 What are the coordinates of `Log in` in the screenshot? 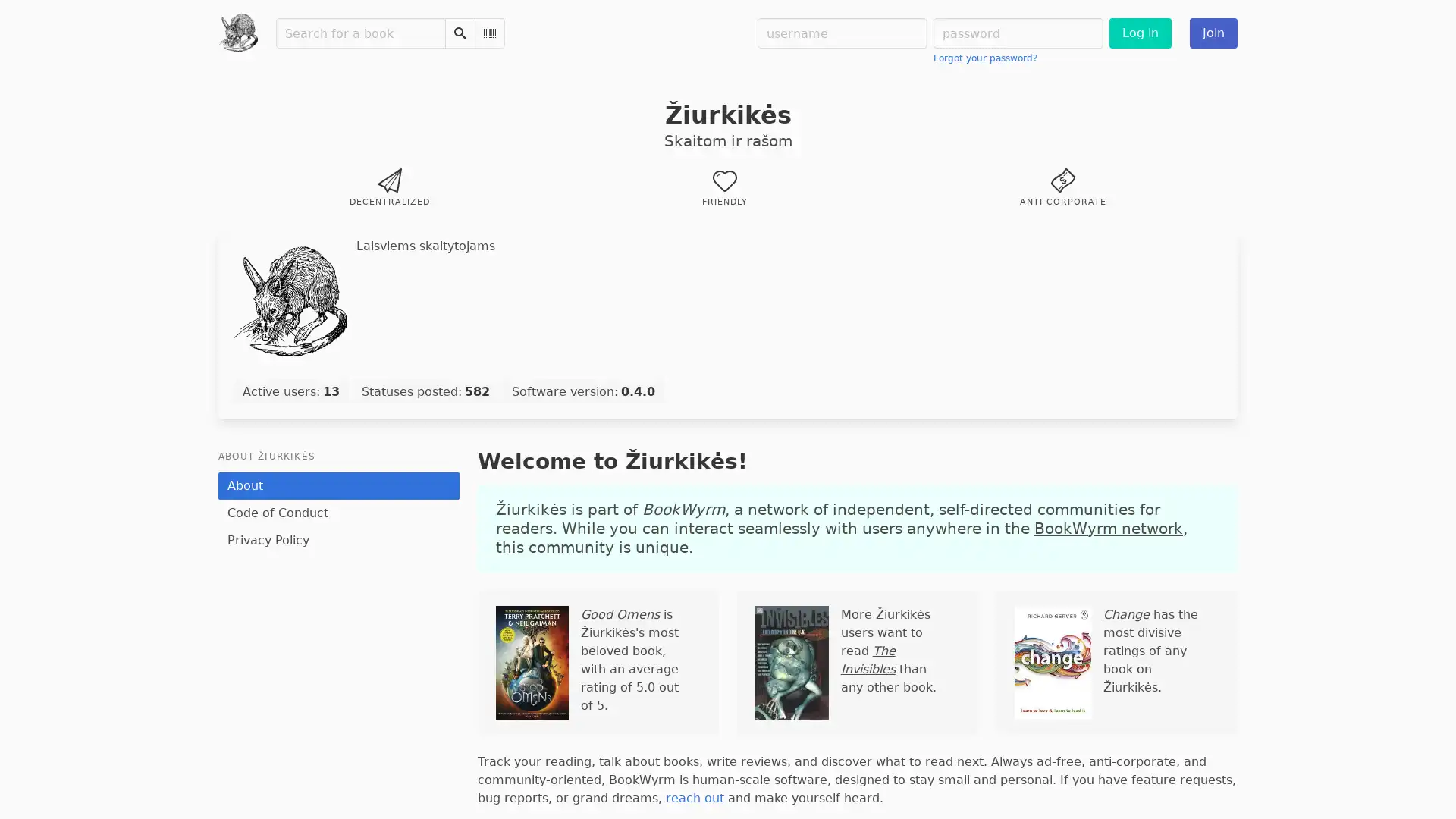 It's located at (1139, 33).